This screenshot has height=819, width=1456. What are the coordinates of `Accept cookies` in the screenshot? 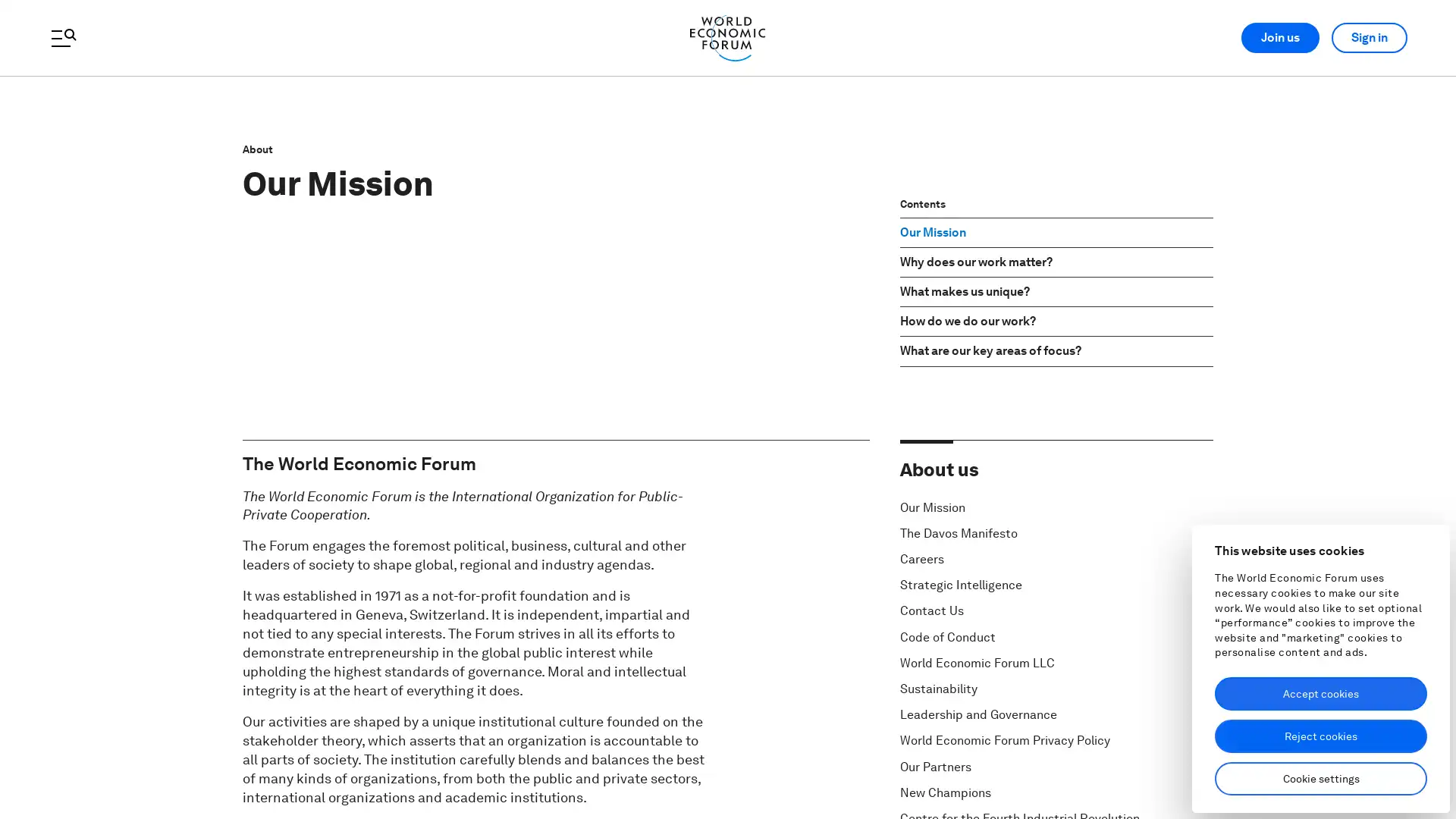 It's located at (1320, 693).